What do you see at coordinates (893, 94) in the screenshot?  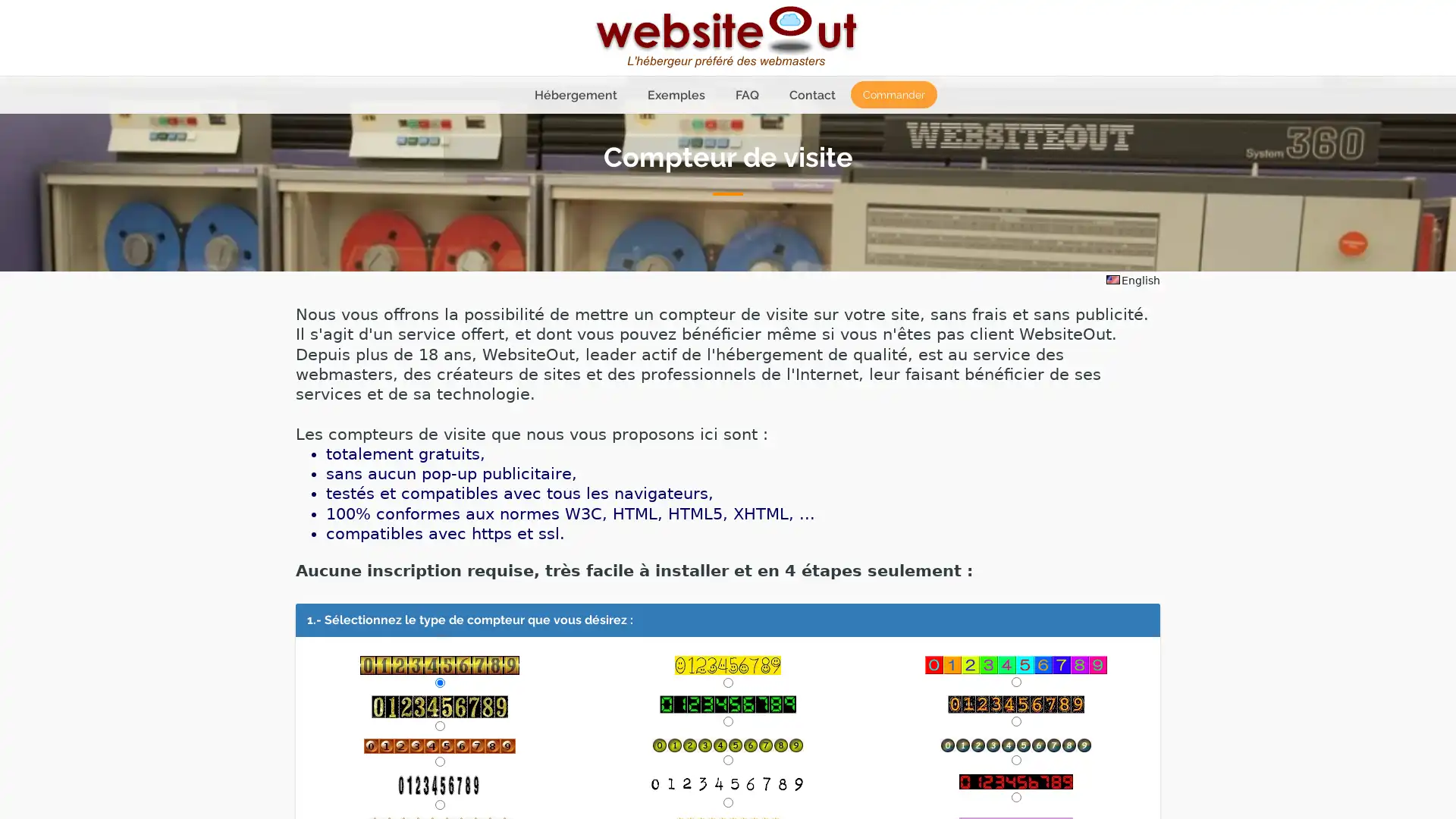 I see `Commander` at bounding box center [893, 94].